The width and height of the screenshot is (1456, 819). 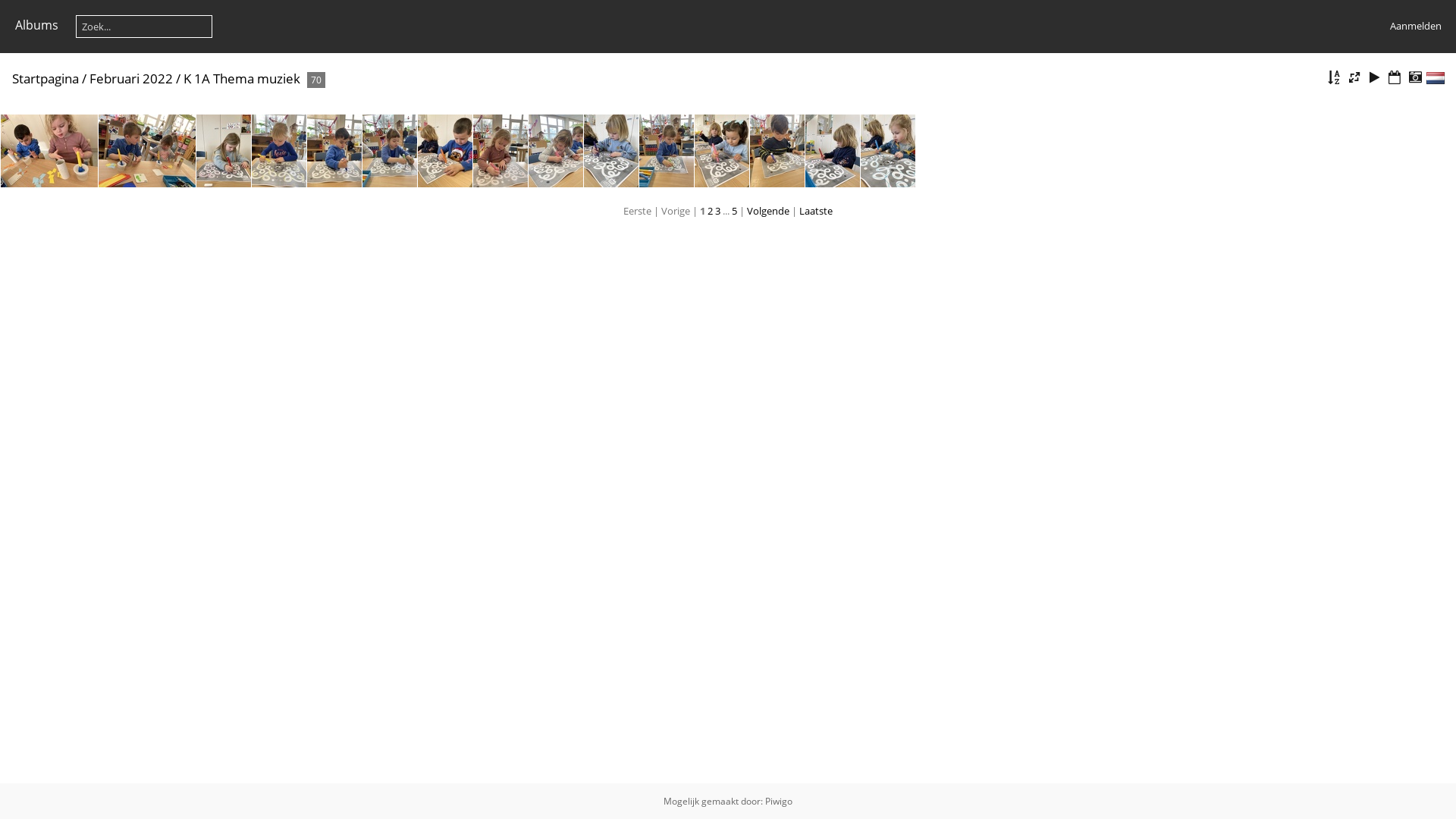 I want to click on 'Piwigo', so click(x=779, y=800).